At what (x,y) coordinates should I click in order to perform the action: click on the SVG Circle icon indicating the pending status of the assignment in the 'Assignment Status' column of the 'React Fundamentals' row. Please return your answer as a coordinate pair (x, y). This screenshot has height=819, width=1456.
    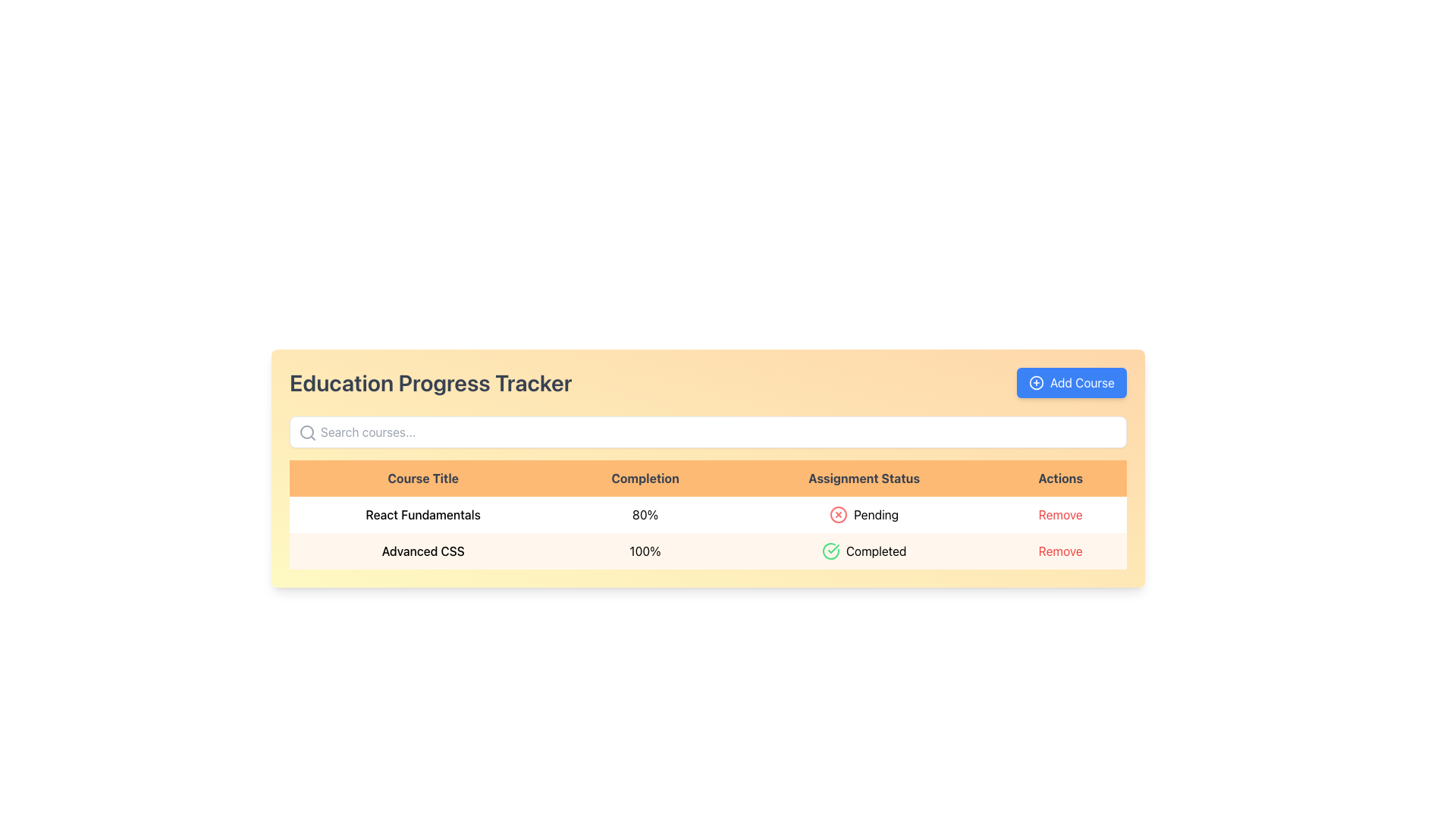
    Looking at the image, I should click on (838, 513).